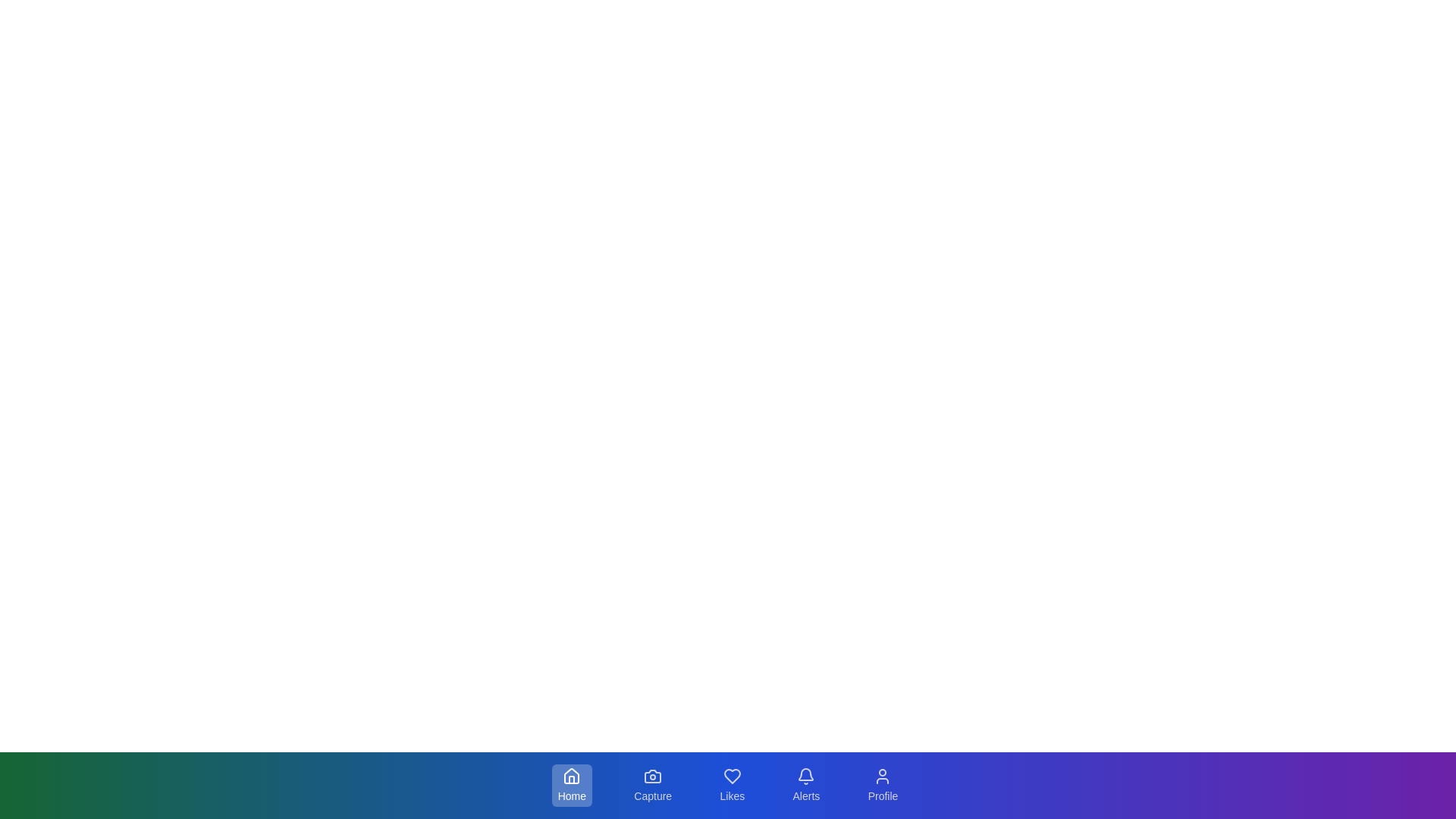 This screenshot has width=1456, height=819. What do you see at coordinates (652, 785) in the screenshot?
I see `the Capture tab in the bottom navigation bar` at bounding box center [652, 785].